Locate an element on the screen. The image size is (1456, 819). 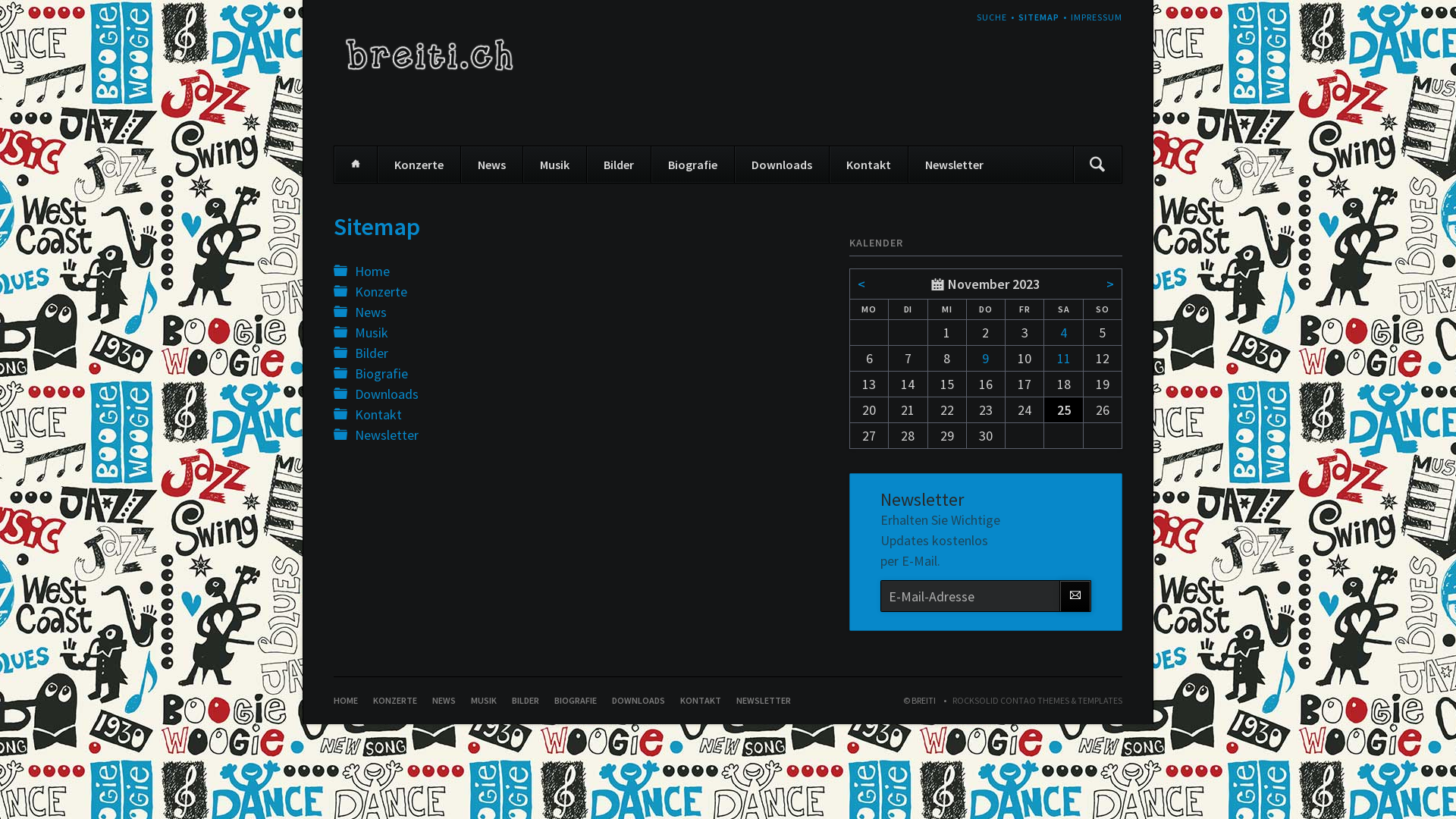
'NEWS' is located at coordinates (443, 700).